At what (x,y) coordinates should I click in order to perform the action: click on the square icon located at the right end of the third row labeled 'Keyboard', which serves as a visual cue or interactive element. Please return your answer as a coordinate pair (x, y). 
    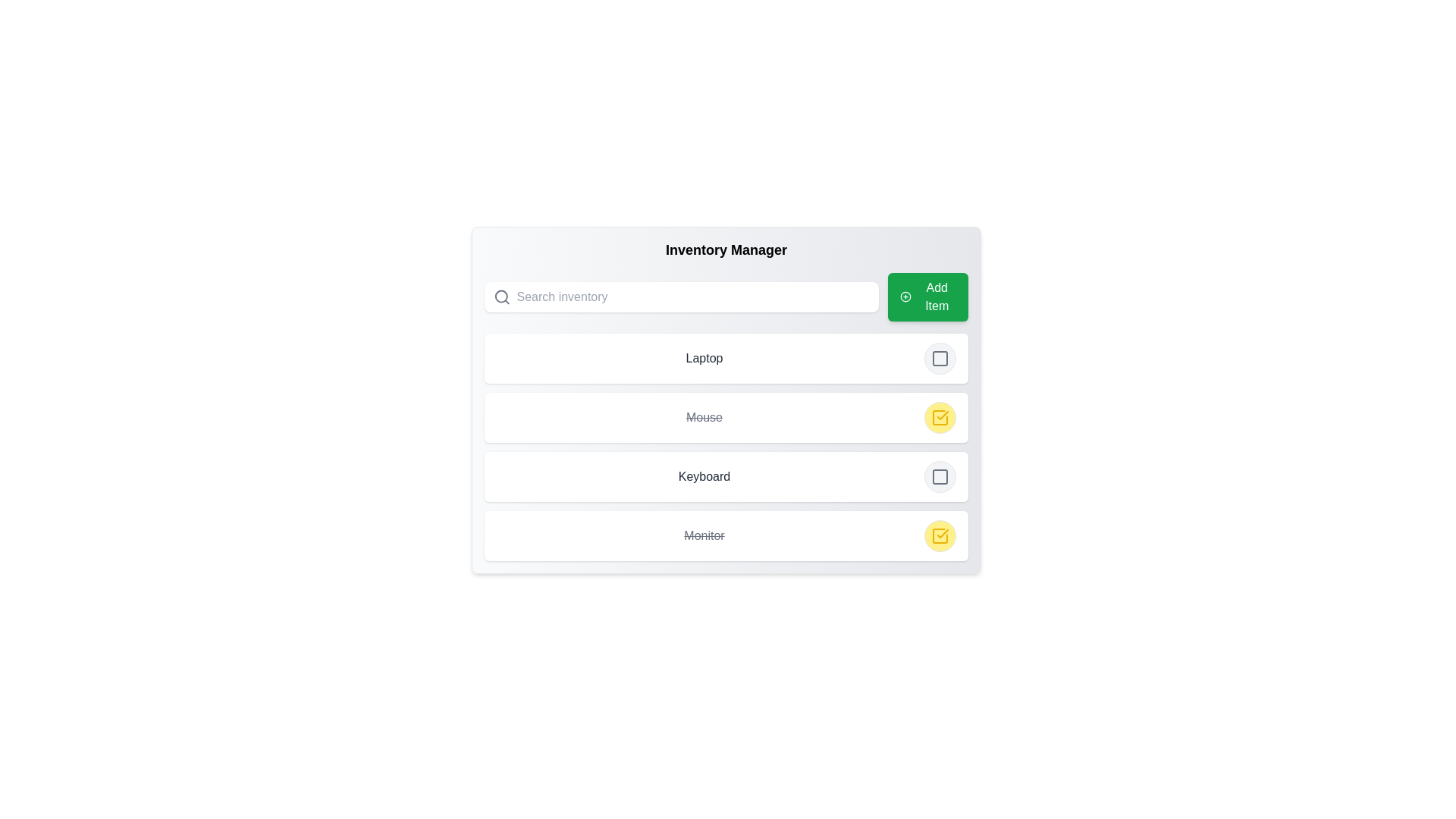
    Looking at the image, I should click on (939, 475).